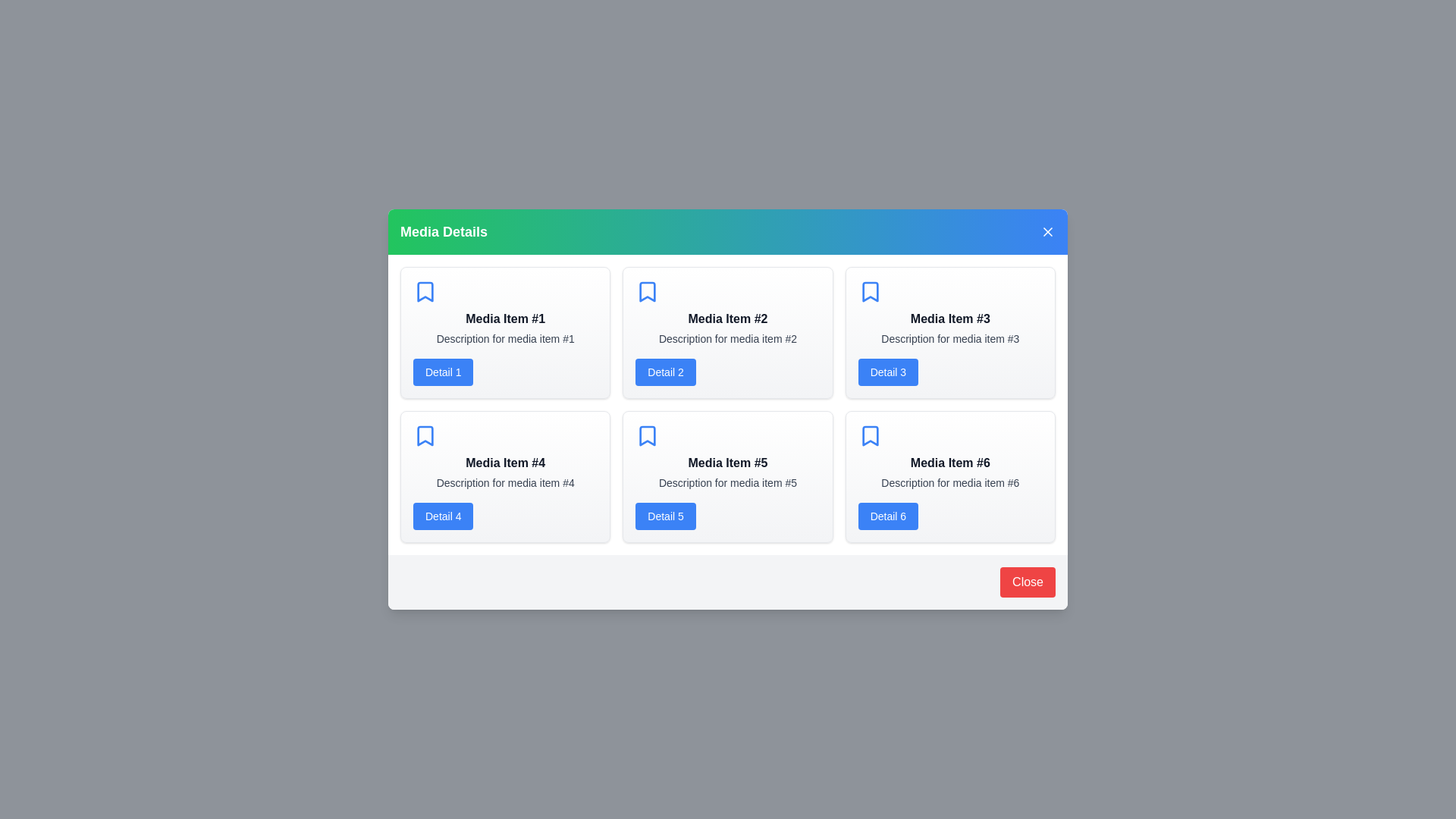 This screenshot has width=1456, height=819. What do you see at coordinates (666, 516) in the screenshot?
I see `the 'Detail 5' button for a specific media item` at bounding box center [666, 516].